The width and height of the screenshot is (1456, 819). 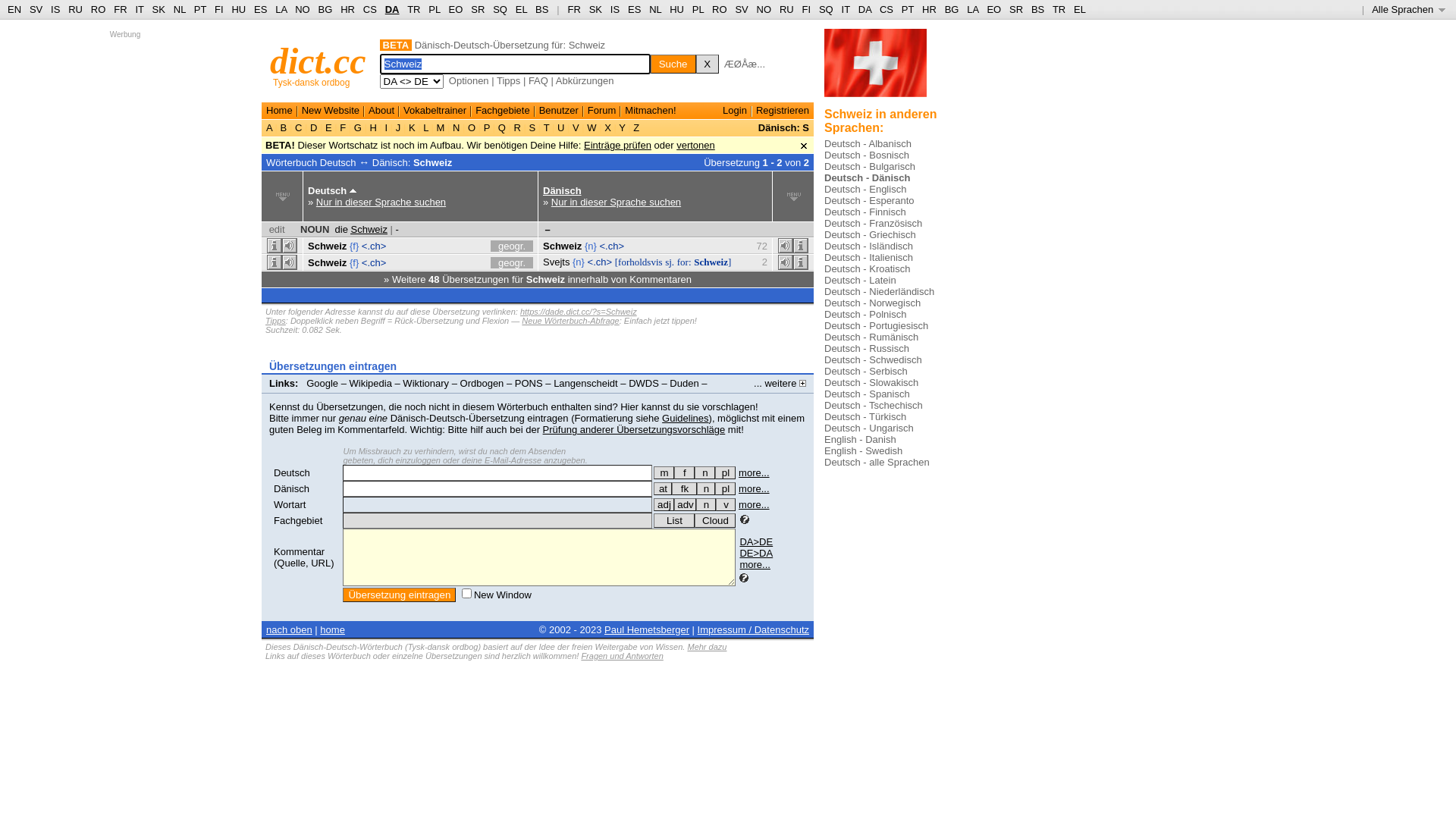 What do you see at coordinates (634, 9) in the screenshot?
I see `'ES'` at bounding box center [634, 9].